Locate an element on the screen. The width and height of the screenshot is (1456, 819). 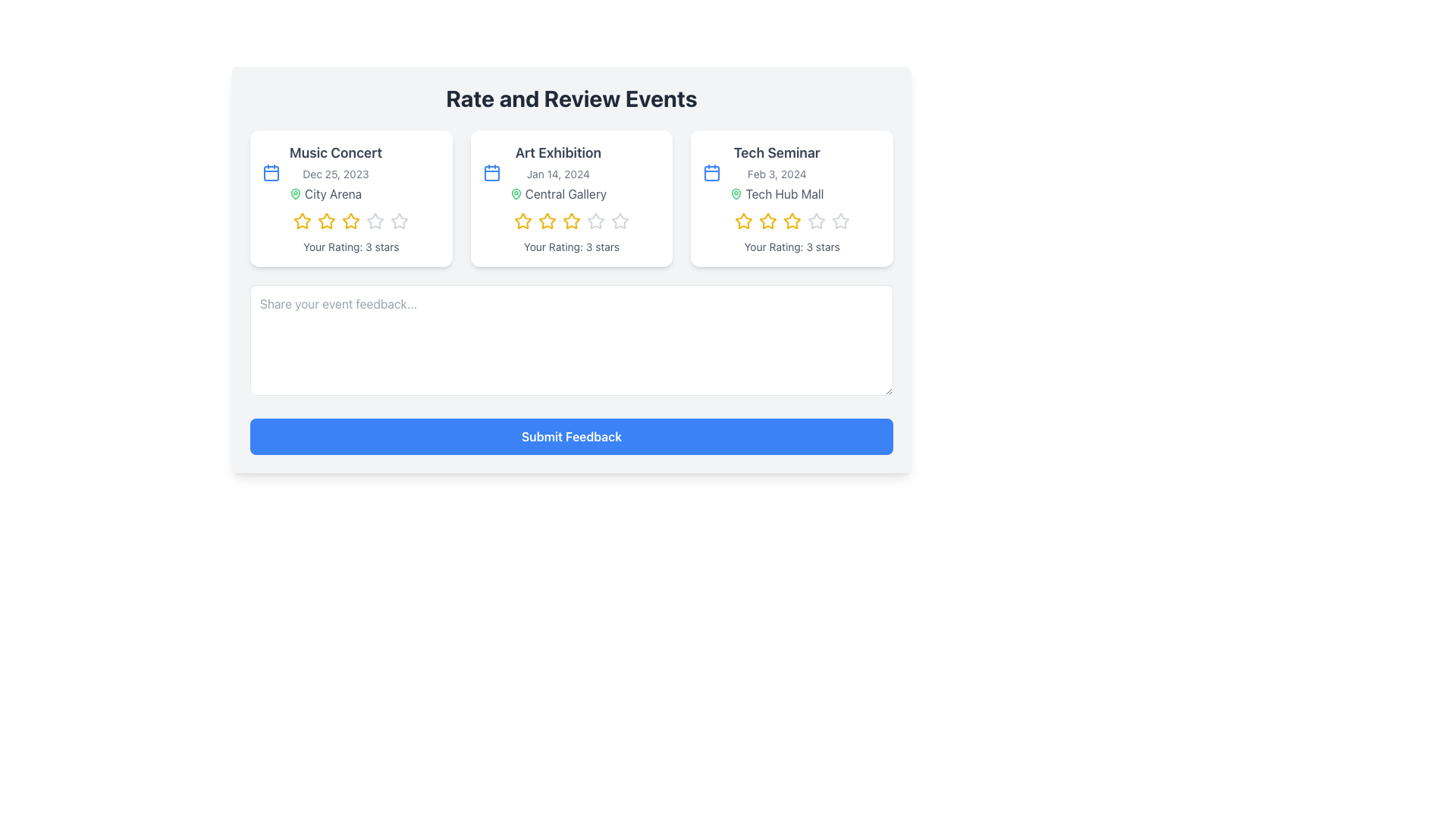
the third yellow star icon in the rating system of the 'Art Exhibition' section is located at coordinates (570, 221).